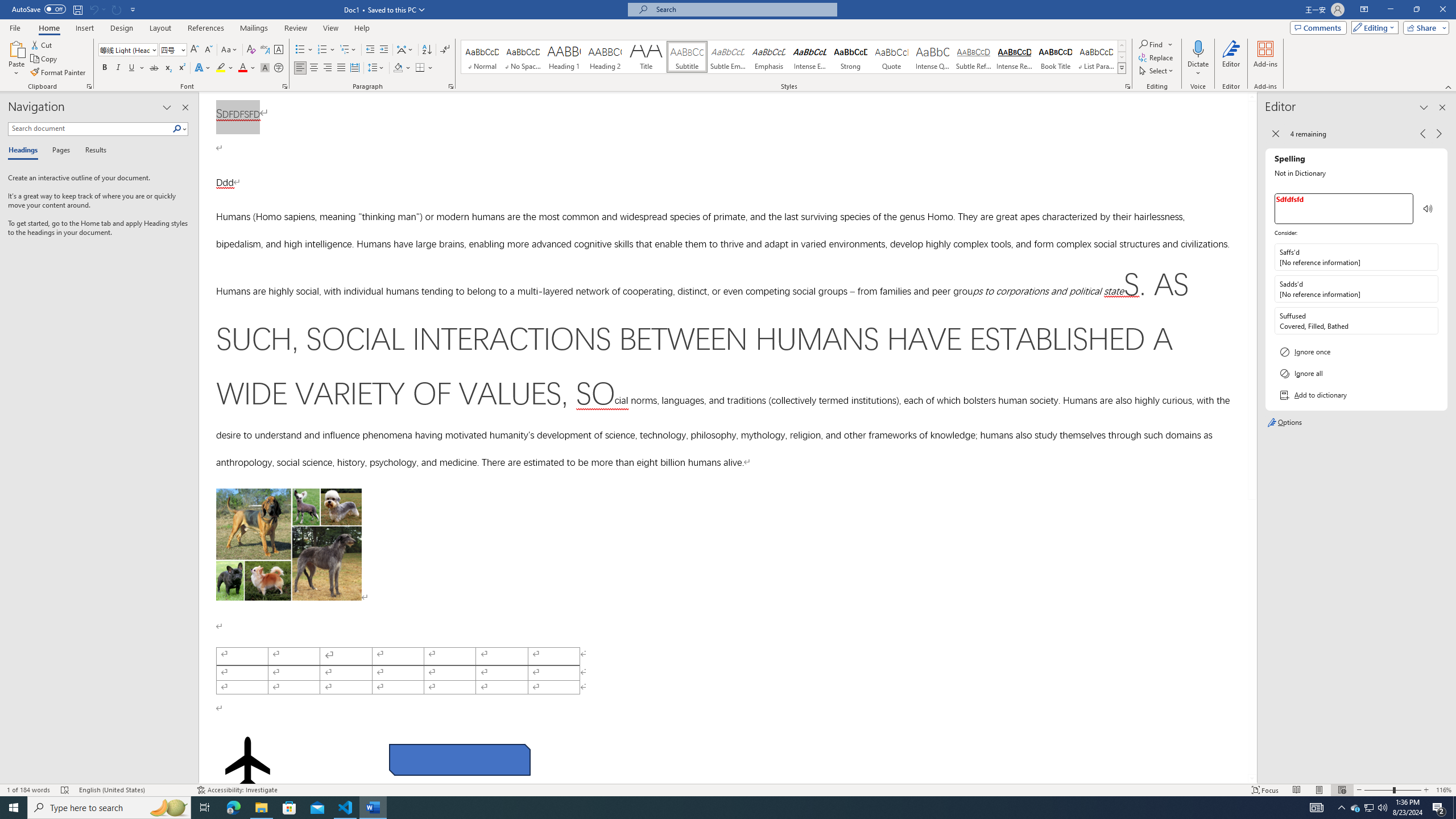 The width and height of the screenshot is (1456, 819). I want to click on 'Heading 1', so click(564, 56).